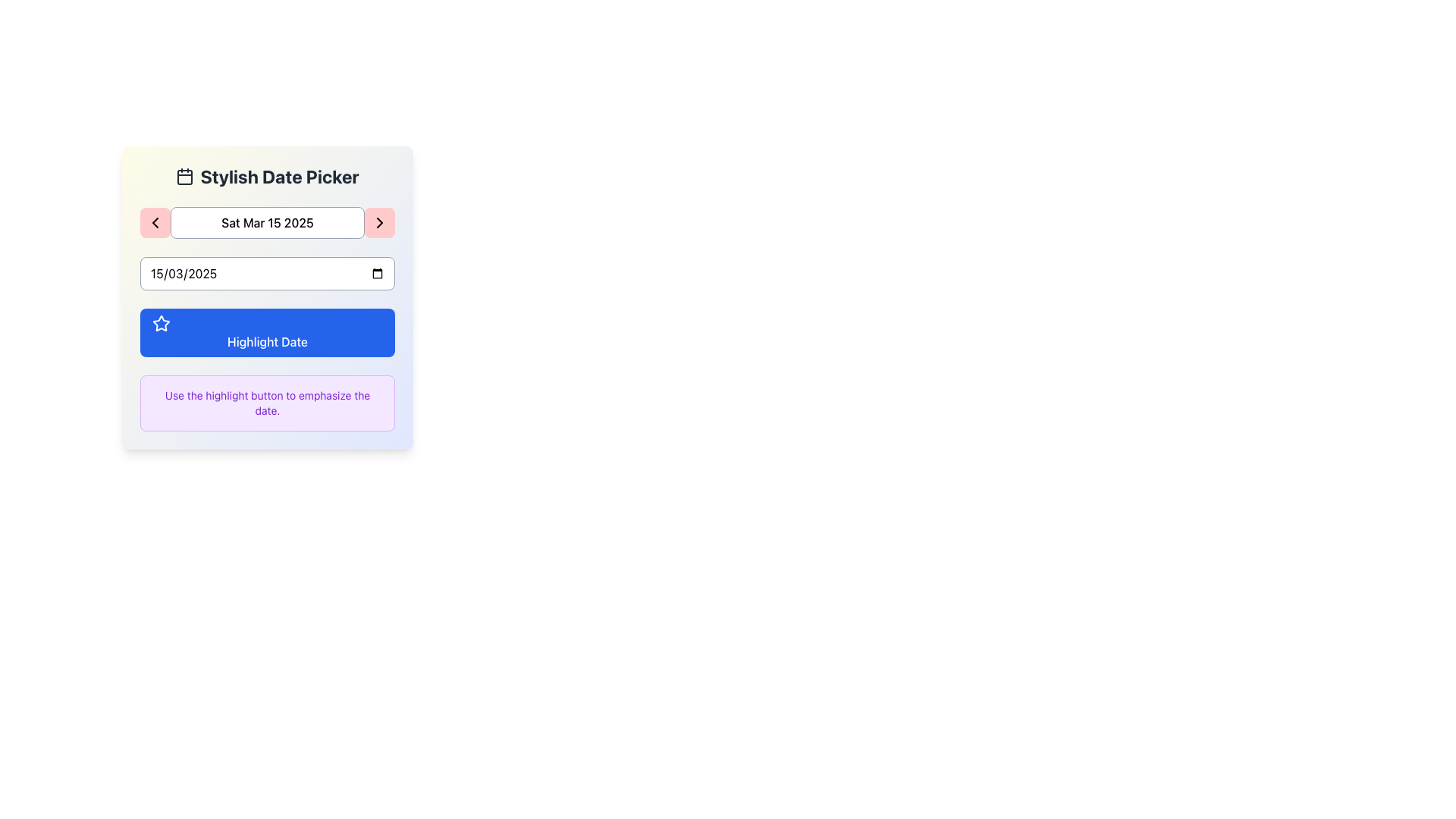  What do you see at coordinates (268, 274) in the screenshot?
I see `the rectangular date input field with rounded corners, bordered in gray, containing the value '15/03/2025'` at bounding box center [268, 274].